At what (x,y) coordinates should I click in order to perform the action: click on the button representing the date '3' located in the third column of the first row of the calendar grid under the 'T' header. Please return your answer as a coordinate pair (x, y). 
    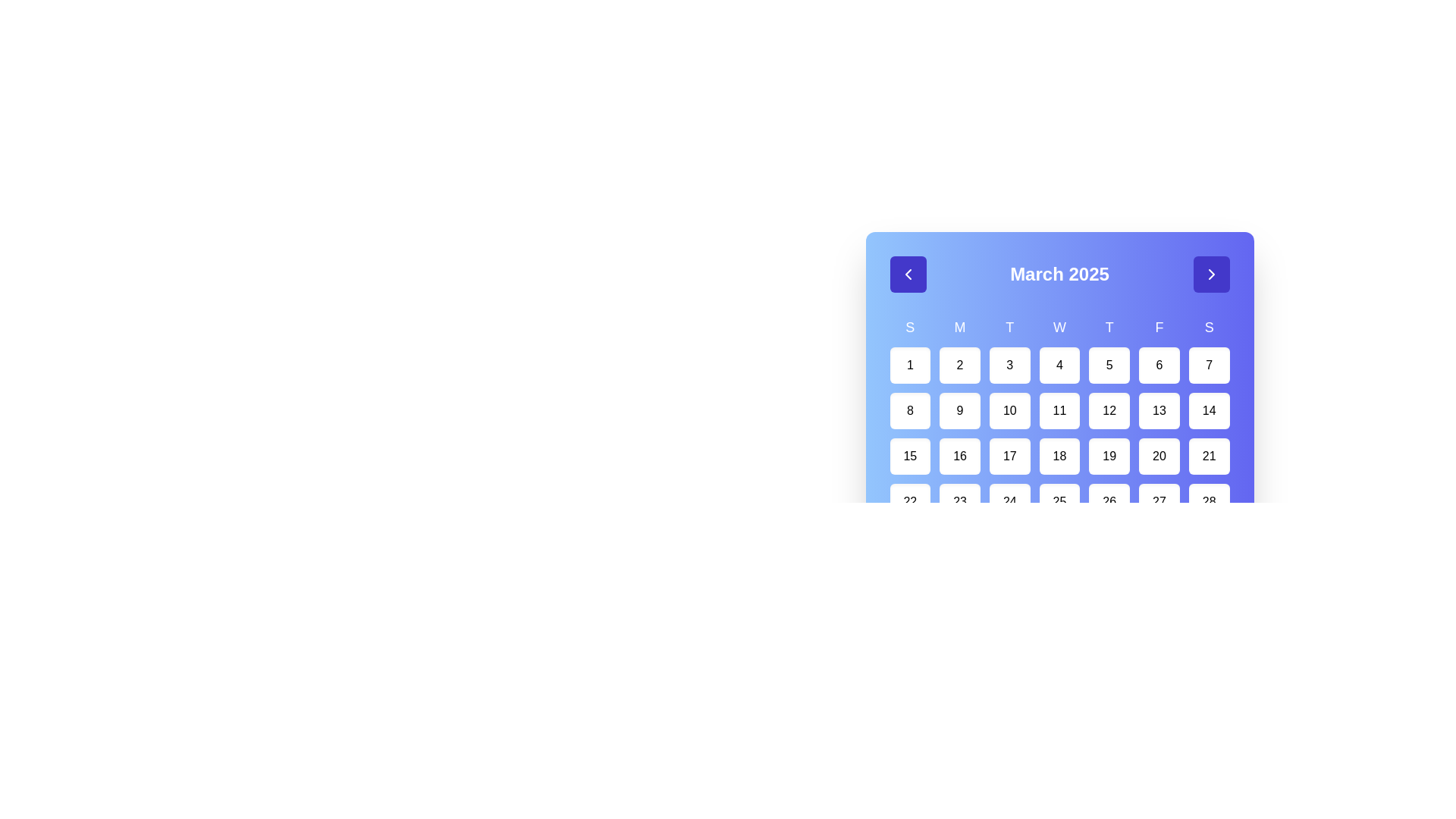
    Looking at the image, I should click on (1009, 366).